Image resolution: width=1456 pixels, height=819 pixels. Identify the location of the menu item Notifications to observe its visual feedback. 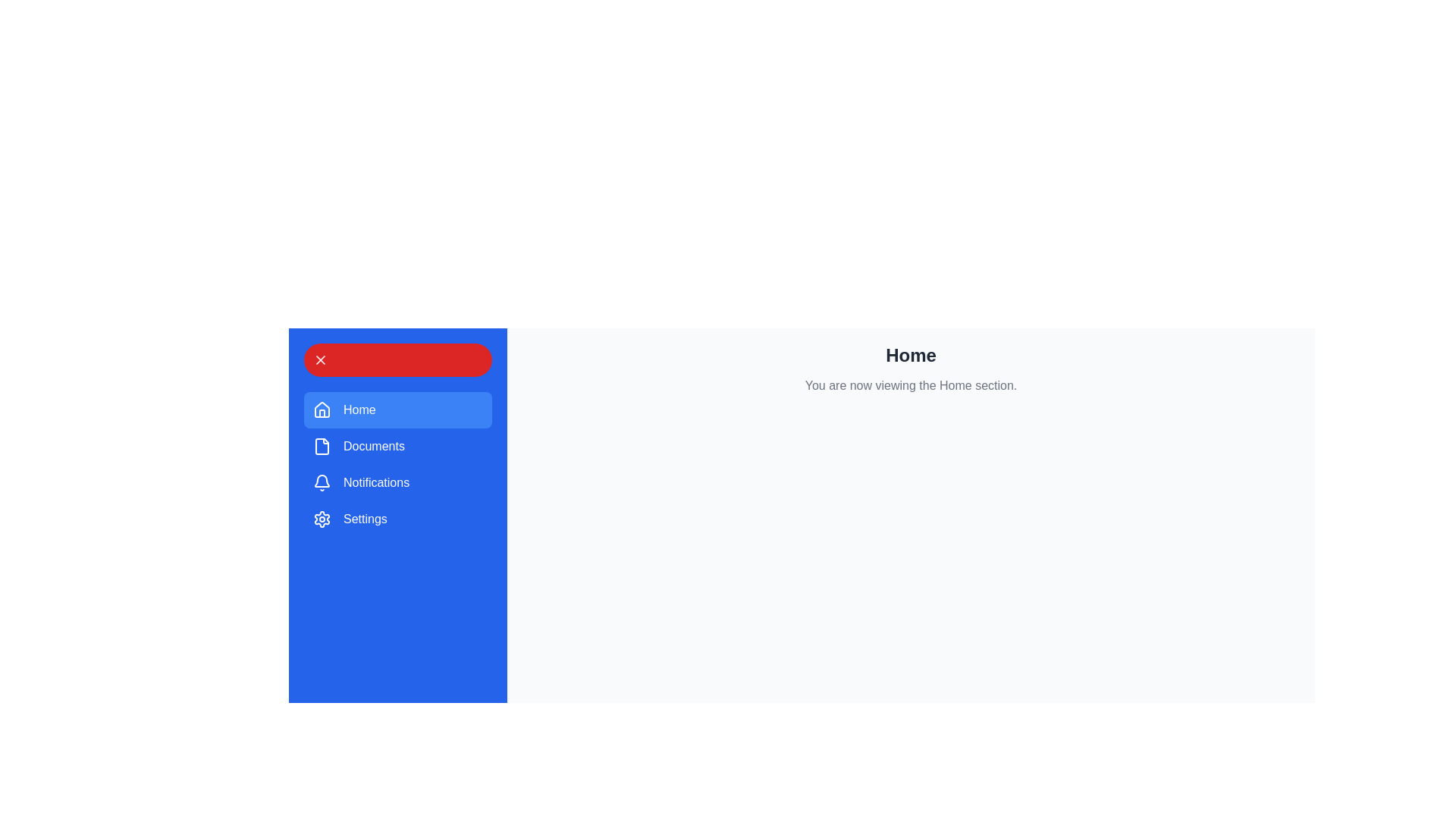
(397, 482).